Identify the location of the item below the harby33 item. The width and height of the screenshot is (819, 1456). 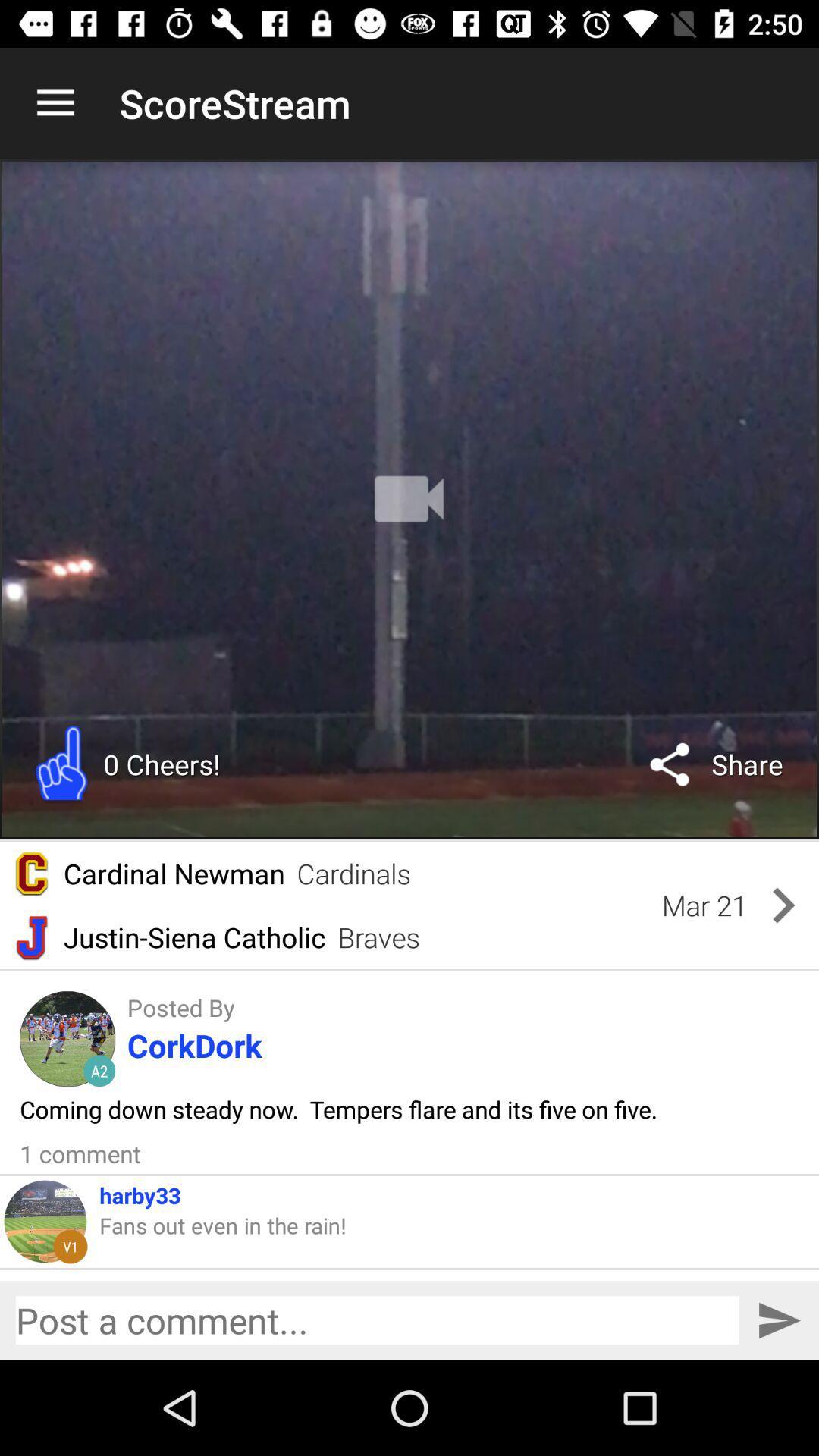
(222, 1225).